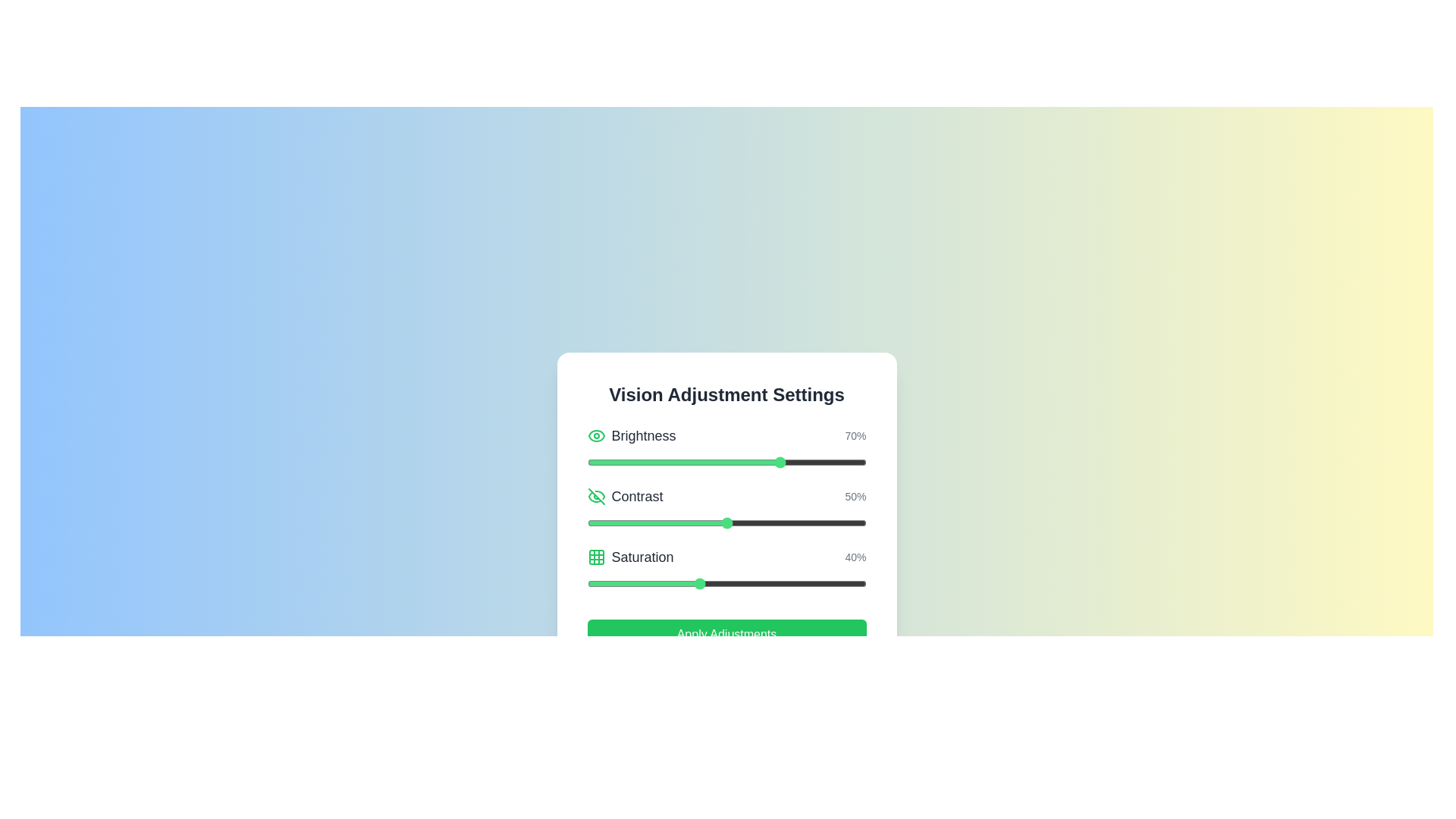 Image resolution: width=1456 pixels, height=819 pixels. What do you see at coordinates (640, 461) in the screenshot?
I see `the brightness slider to set the brightness to 19%` at bounding box center [640, 461].